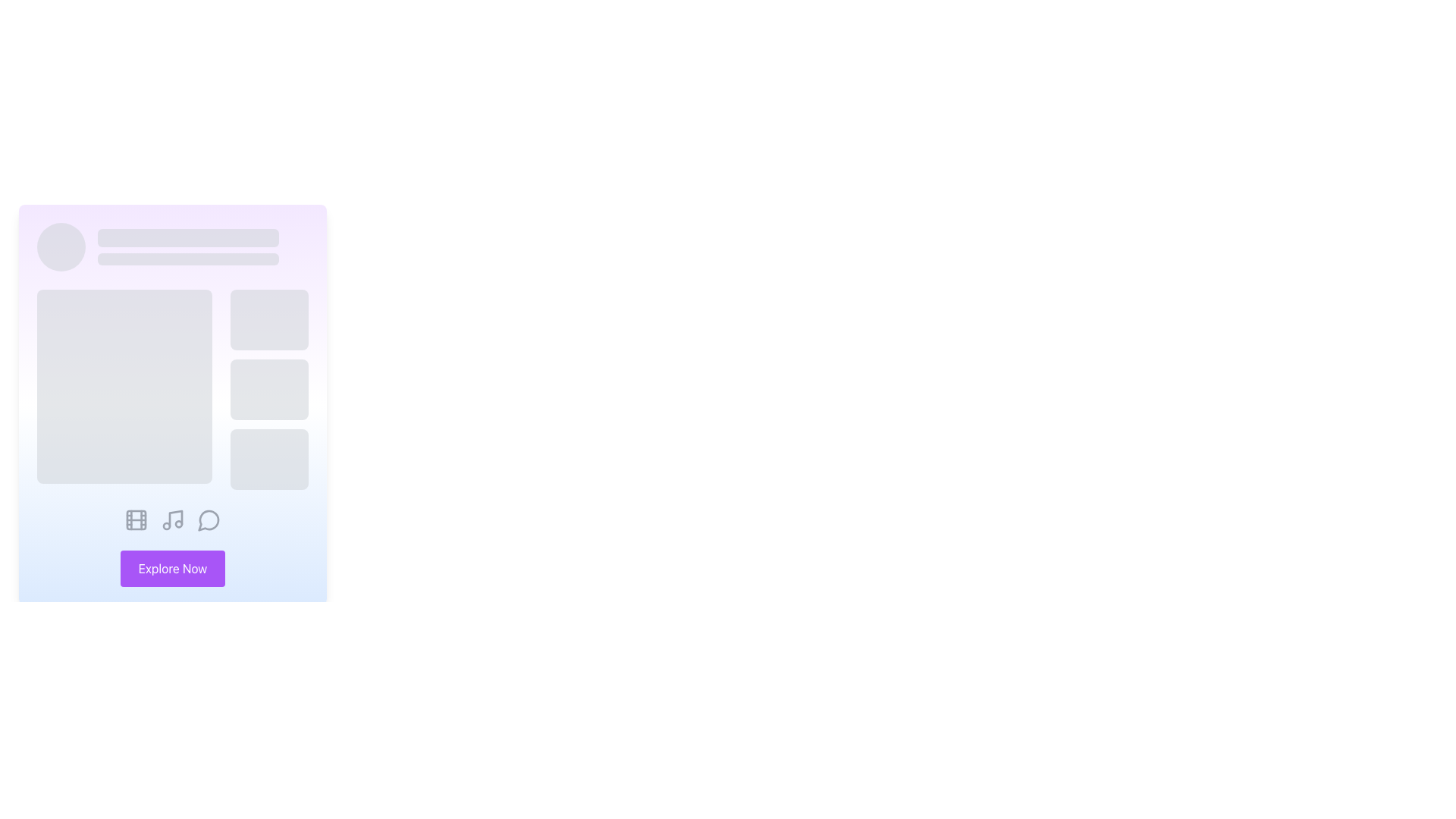  What do you see at coordinates (172, 519) in the screenshot?
I see `the musical note icon in the bottom navigation bar` at bounding box center [172, 519].